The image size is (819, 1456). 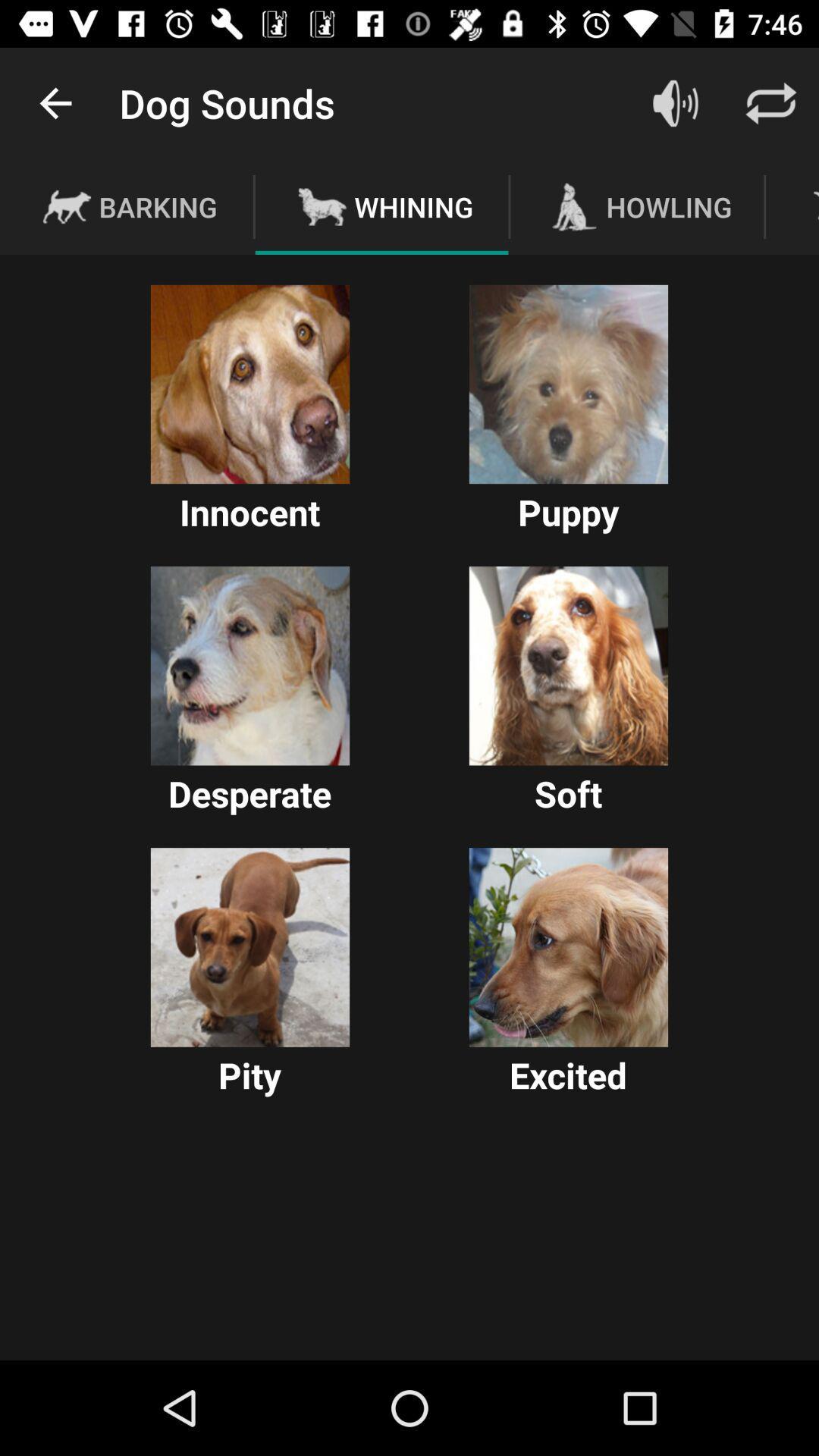 What do you see at coordinates (568, 946) in the screenshot?
I see `dog face labeled excited` at bounding box center [568, 946].